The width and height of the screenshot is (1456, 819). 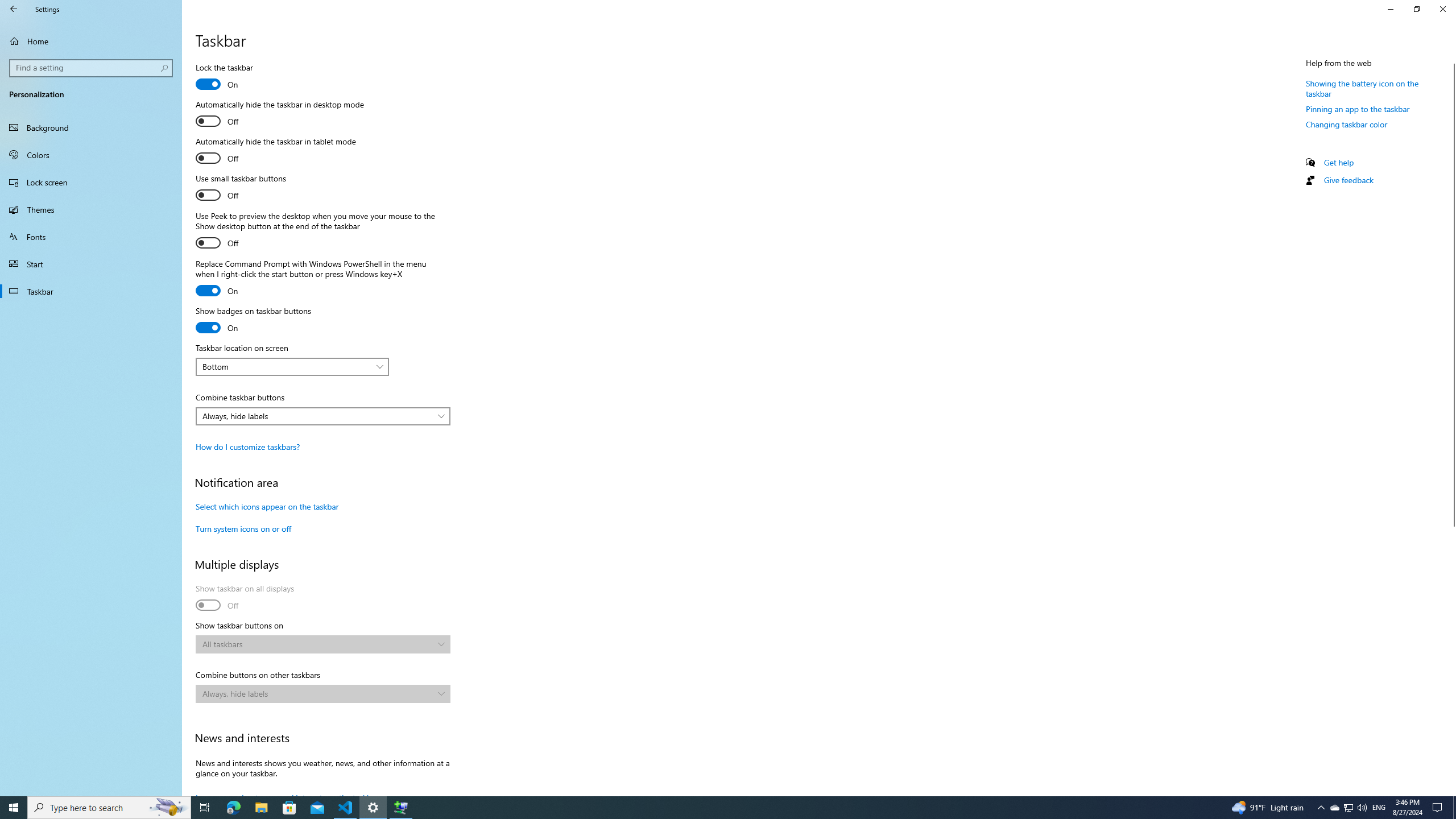 I want to click on 'Use small taskbar buttons', so click(x=239, y=188).